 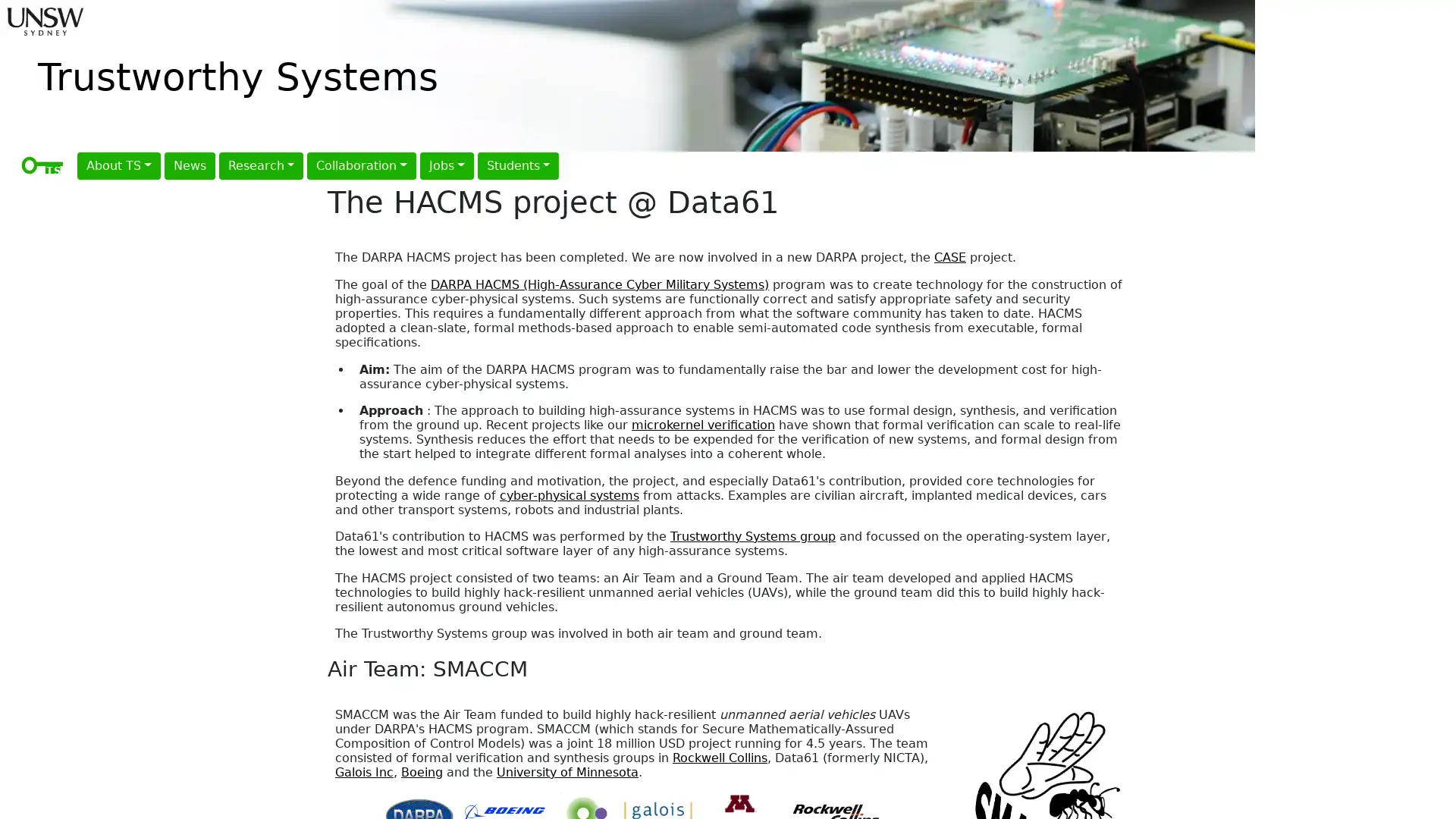 What do you see at coordinates (517, 165) in the screenshot?
I see `Students` at bounding box center [517, 165].